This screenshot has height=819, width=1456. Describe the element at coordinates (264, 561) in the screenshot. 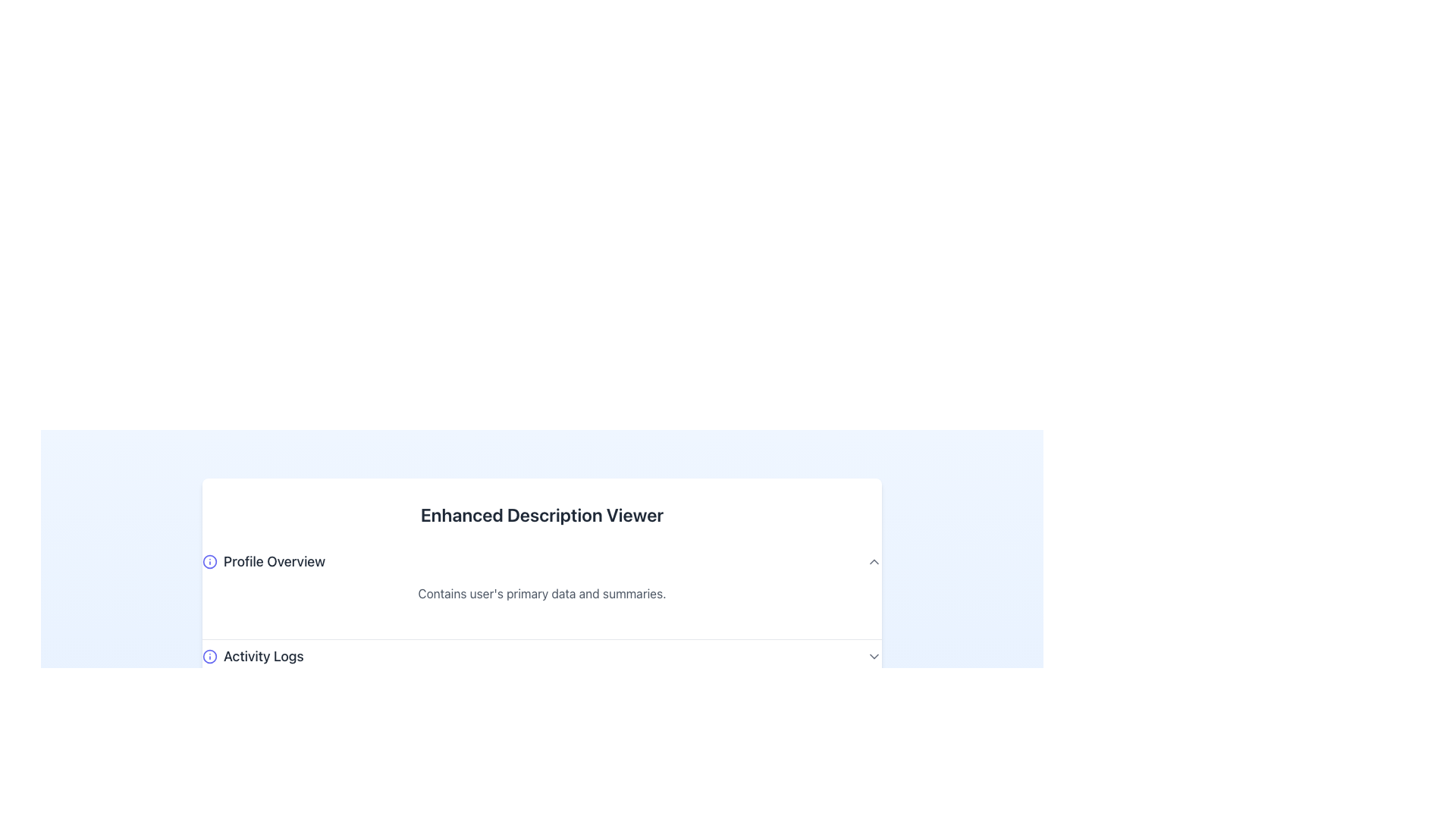

I see `the 'Profile Overview' text label` at that location.